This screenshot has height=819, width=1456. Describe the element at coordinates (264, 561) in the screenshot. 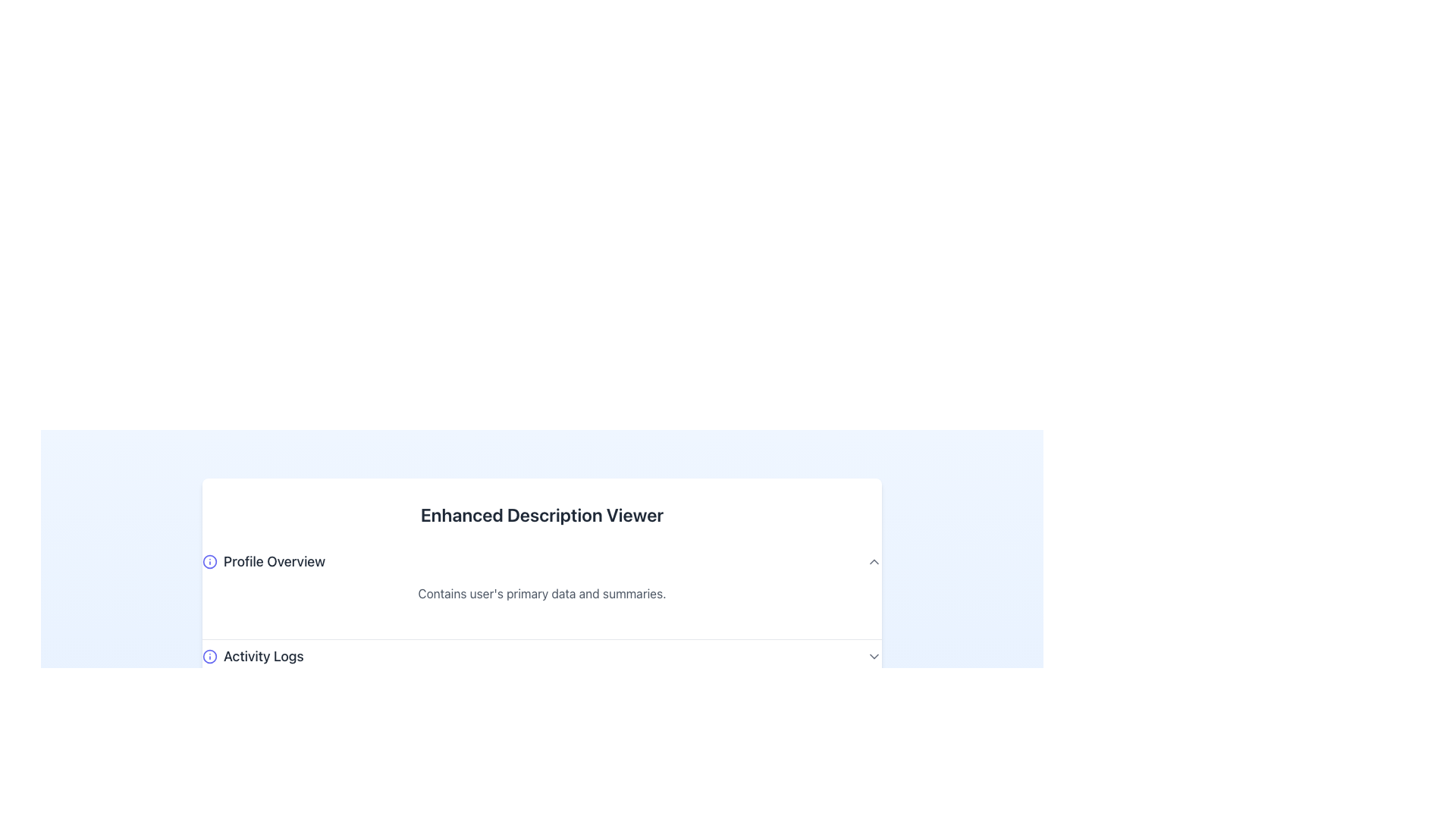

I see `the 'Profile Overview' text label` at that location.